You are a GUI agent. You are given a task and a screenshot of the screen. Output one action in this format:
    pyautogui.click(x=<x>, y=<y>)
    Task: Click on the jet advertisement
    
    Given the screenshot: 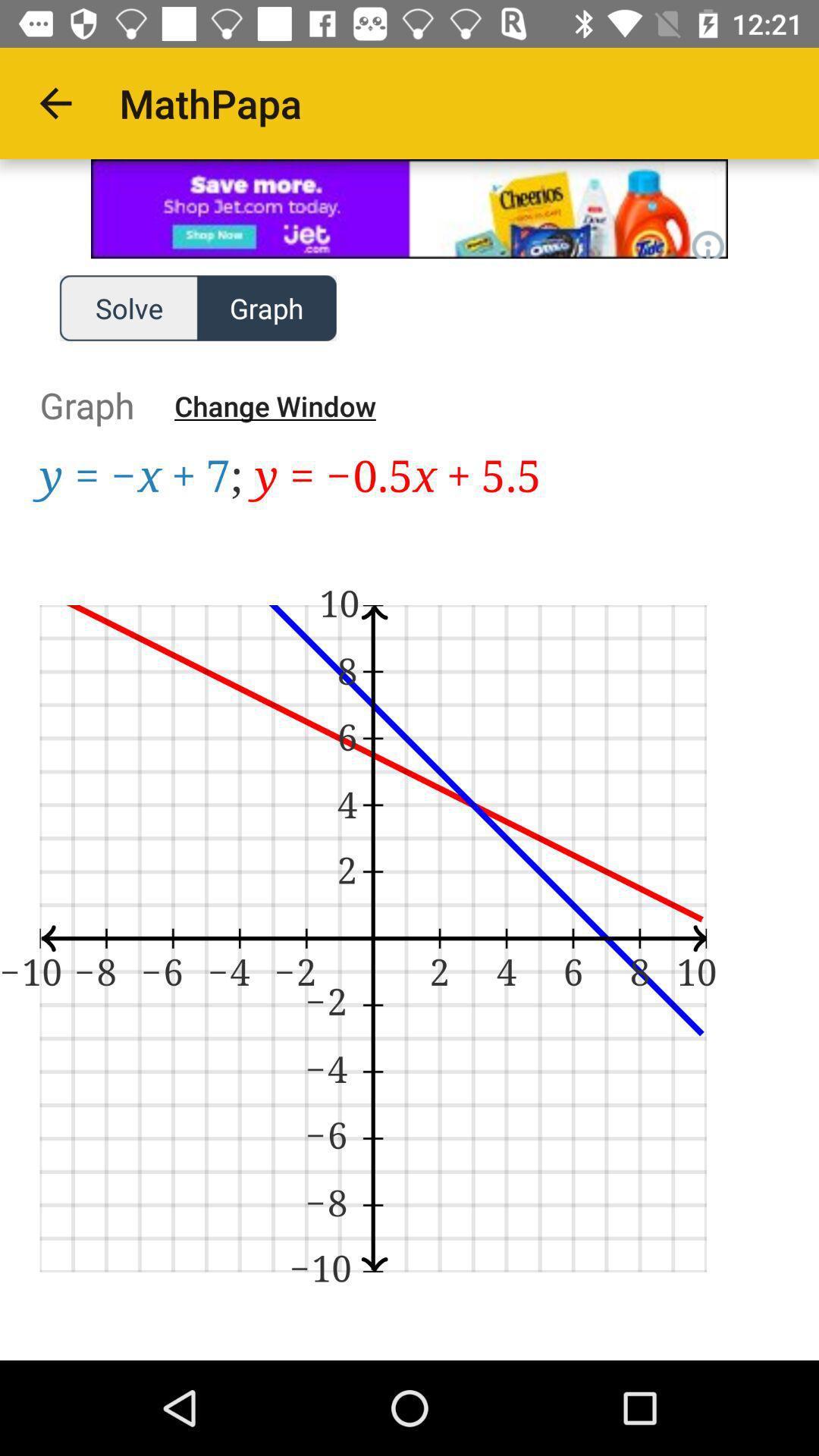 What is the action you would take?
    pyautogui.click(x=409, y=208)
    